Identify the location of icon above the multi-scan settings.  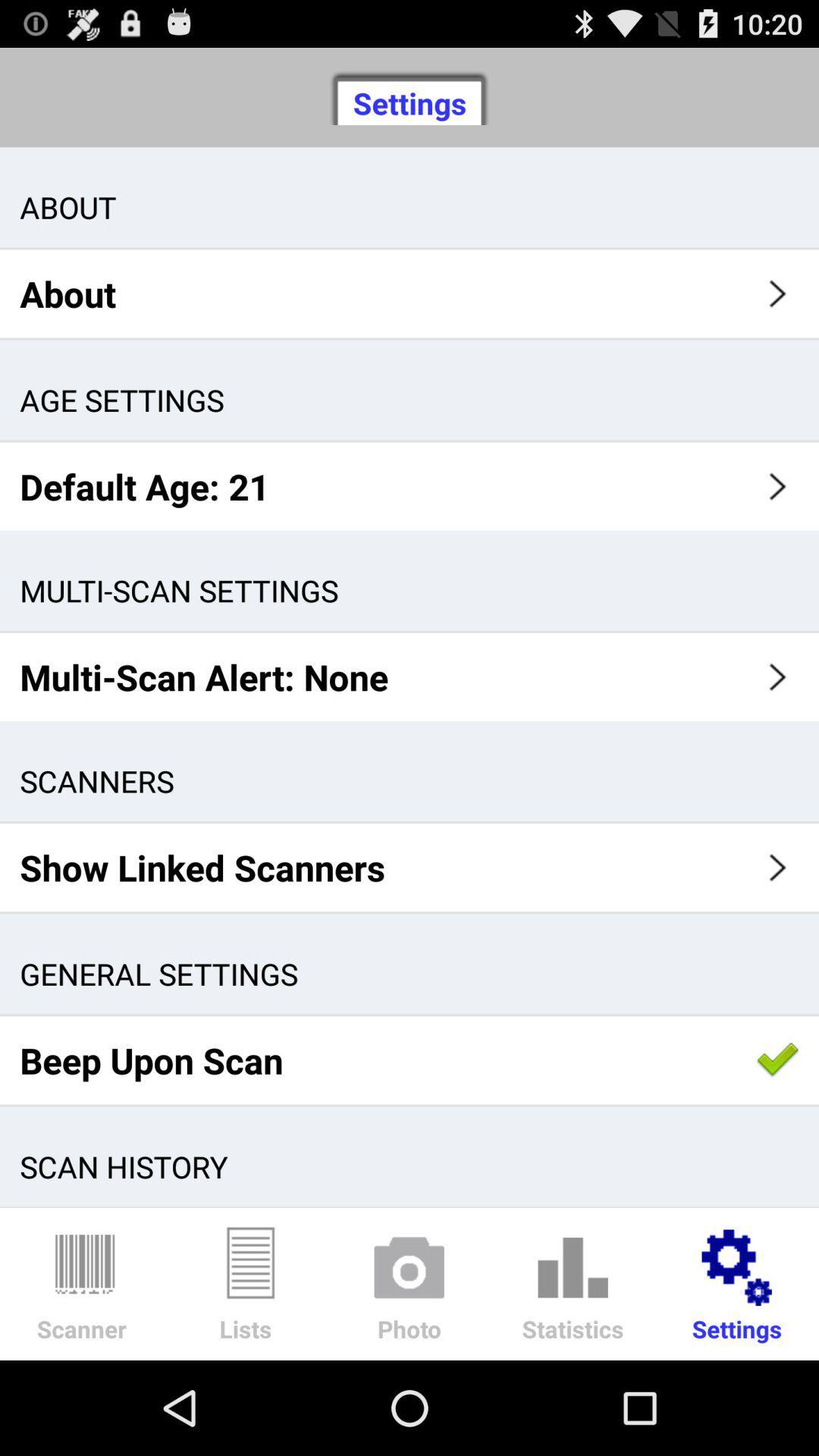
(409, 486).